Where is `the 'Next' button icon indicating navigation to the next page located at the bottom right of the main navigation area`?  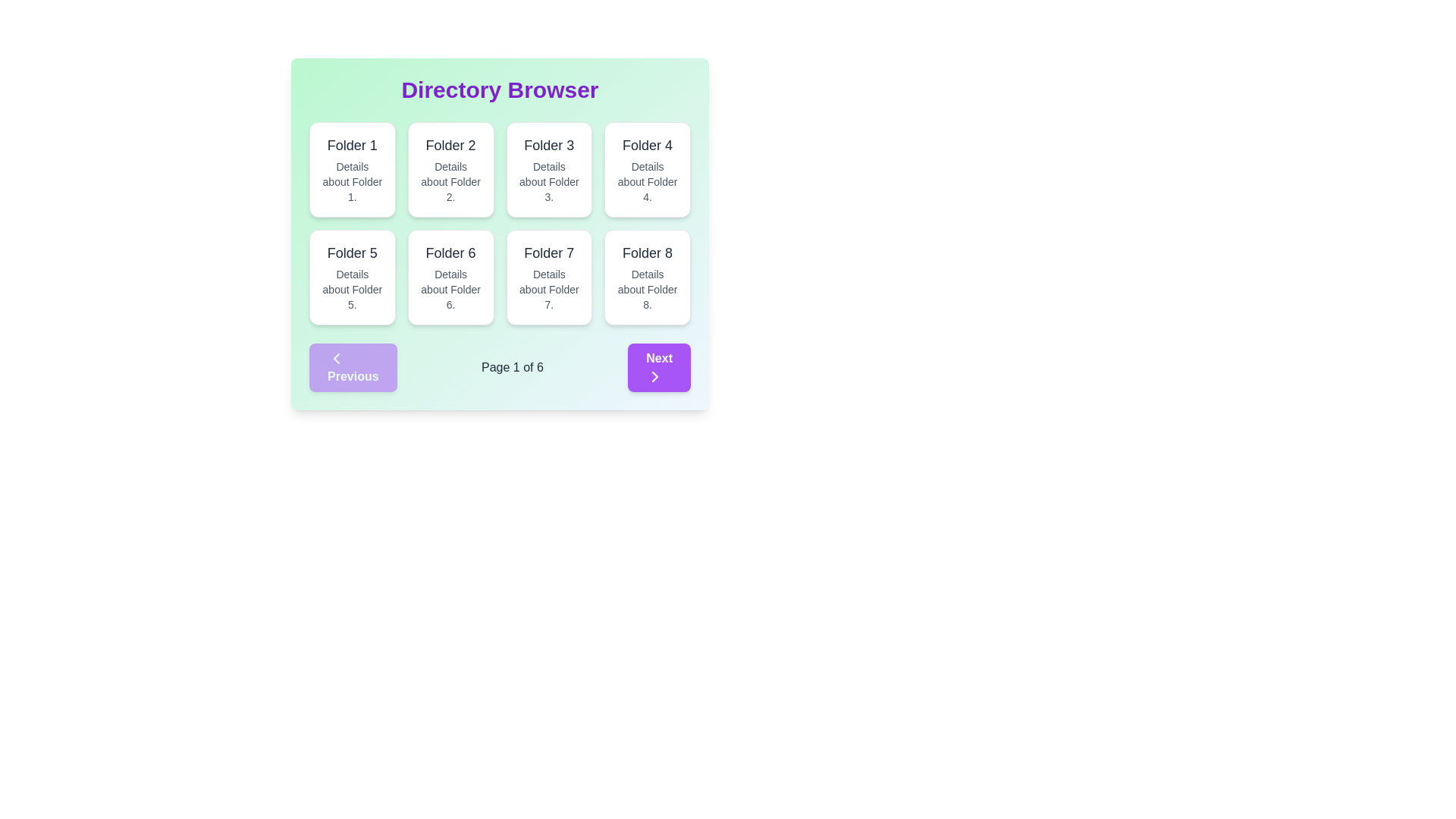
the 'Next' button icon indicating navigation to the next page located at the bottom right of the main navigation area is located at coordinates (655, 376).